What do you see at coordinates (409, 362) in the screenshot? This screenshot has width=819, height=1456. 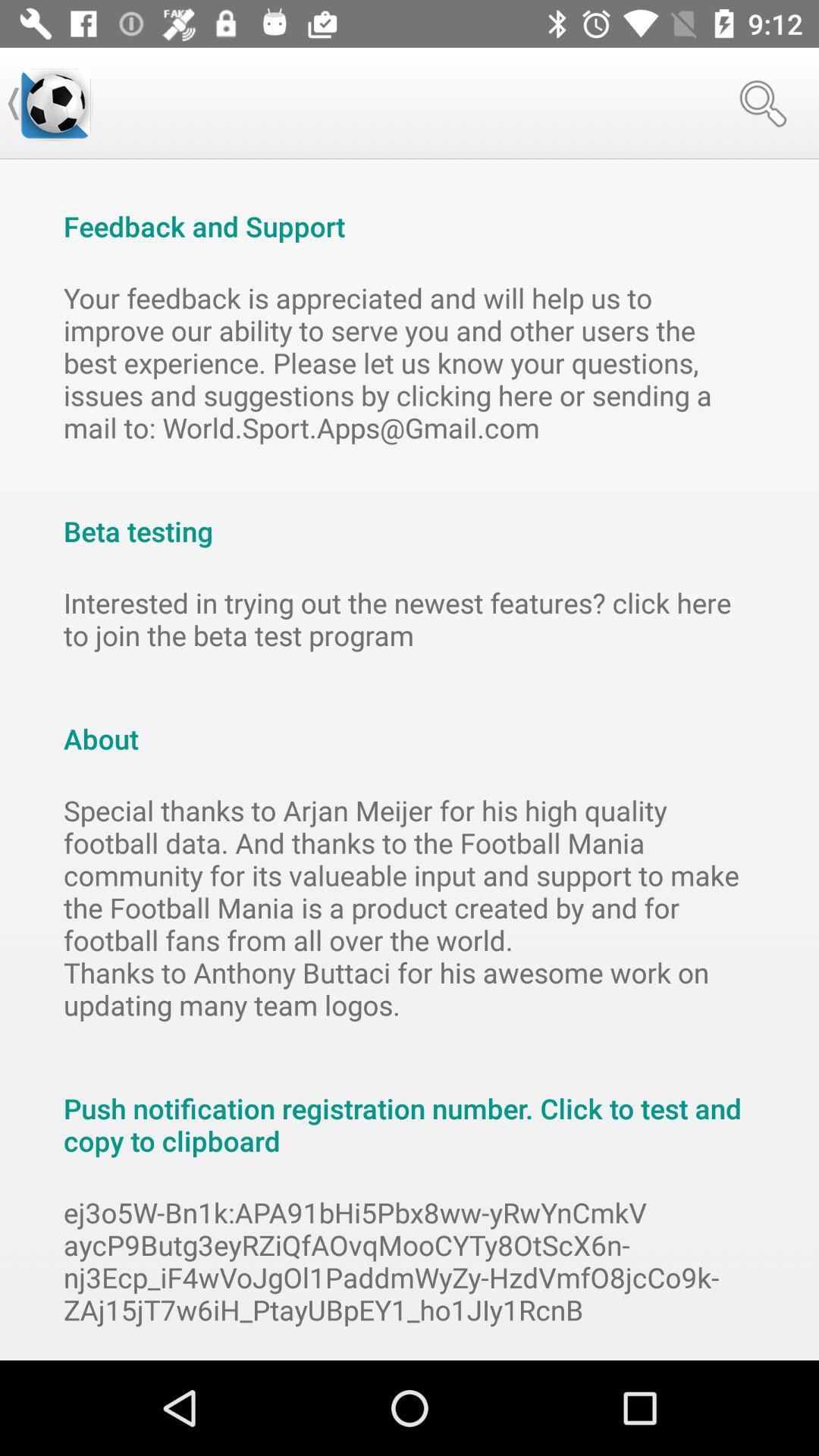 I see `the item above the beta testing` at bounding box center [409, 362].